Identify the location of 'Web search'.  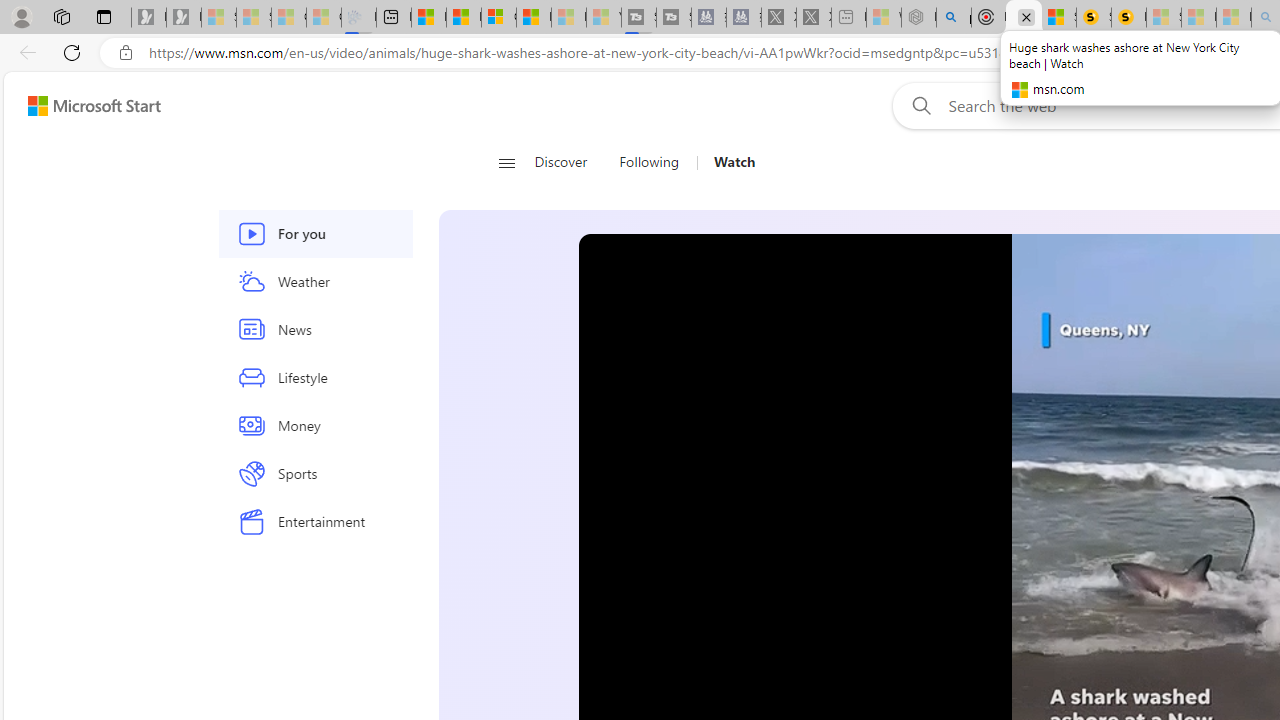
(916, 105).